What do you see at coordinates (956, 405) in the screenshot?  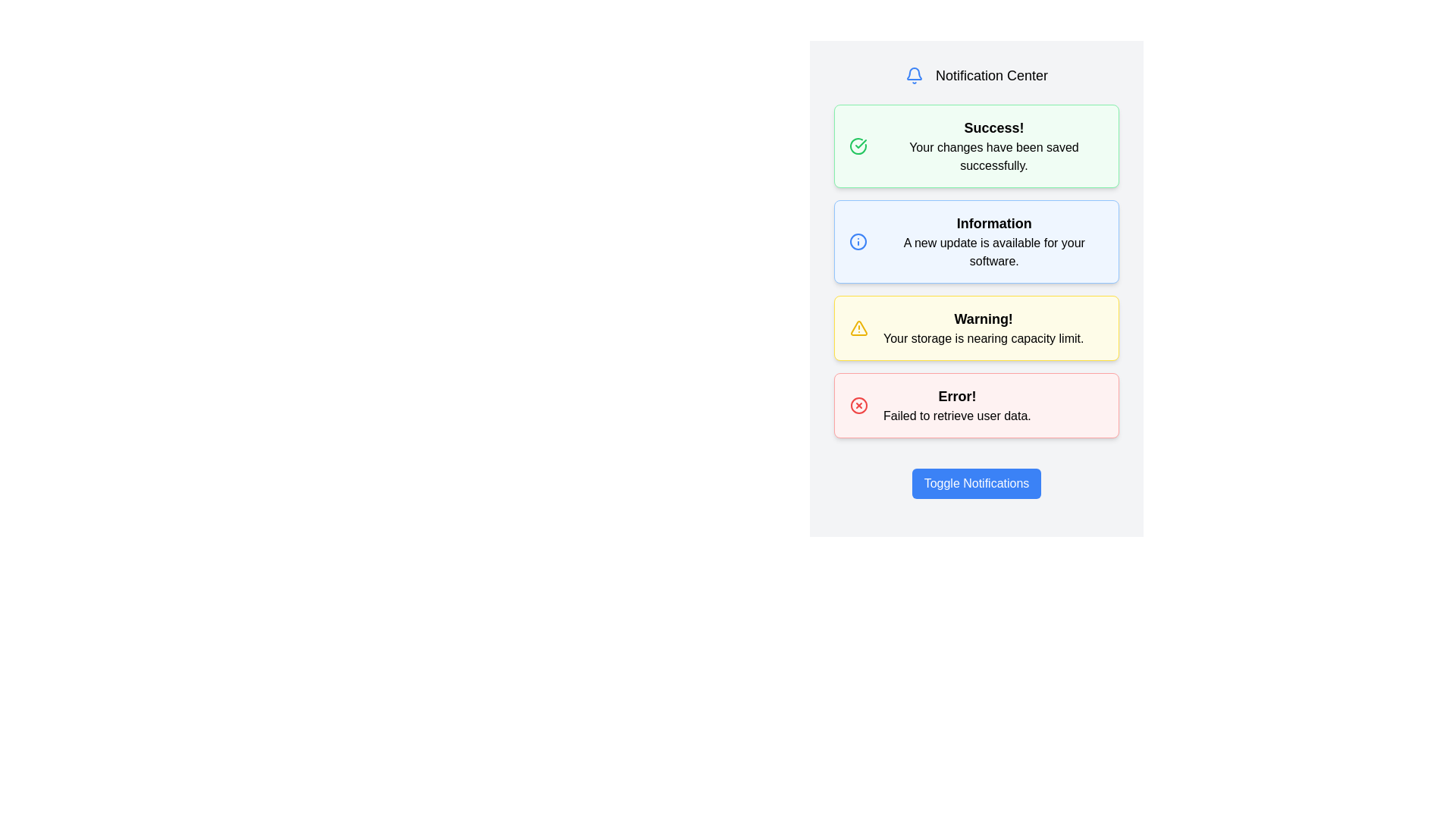 I see `error notification message displayed in the static text component located beneath the yellow warning notification and above the blue 'Toggle Notifications' button` at bounding box center [956, 405].